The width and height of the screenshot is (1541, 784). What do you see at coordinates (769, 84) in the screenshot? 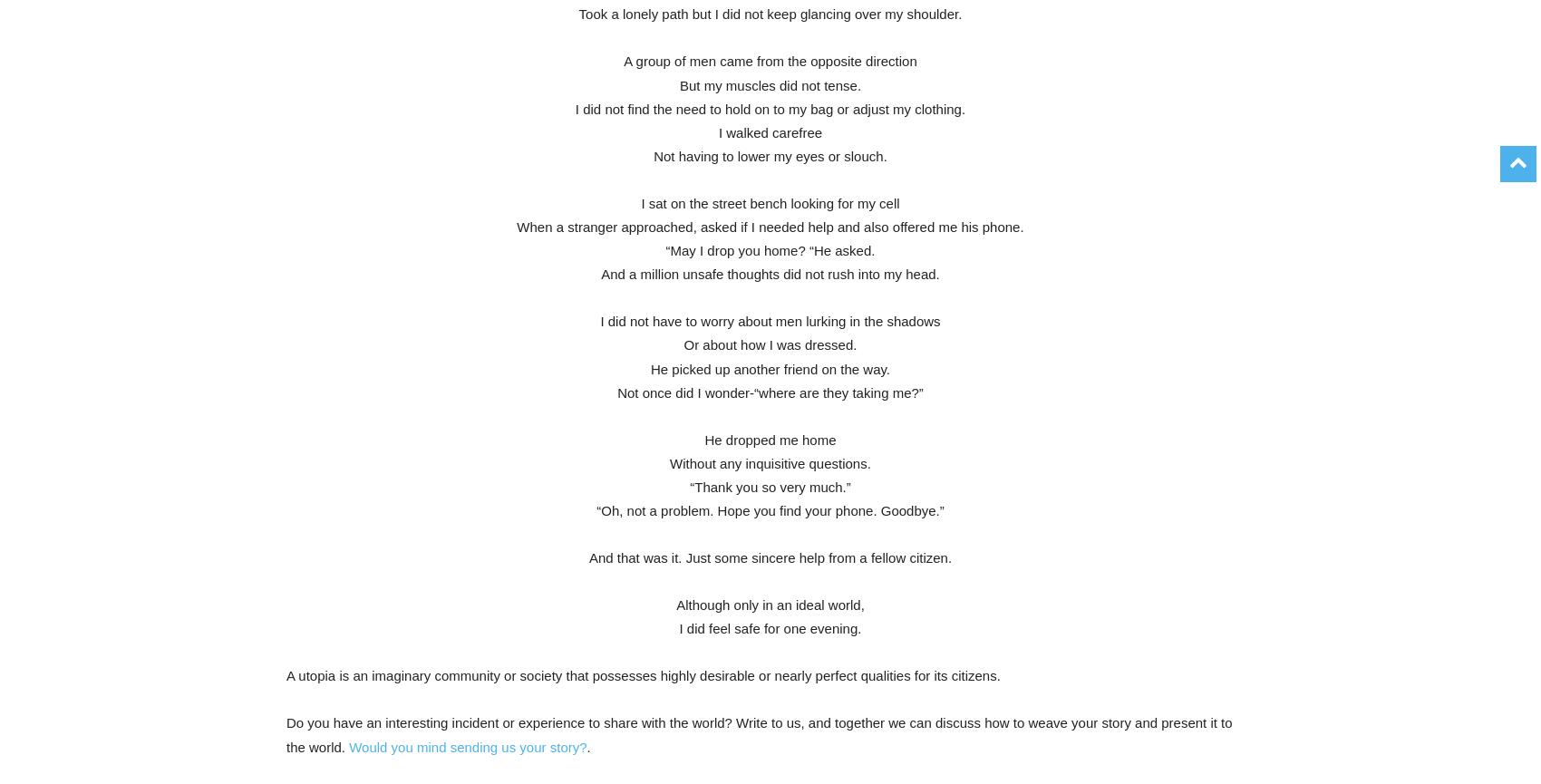
I see `'But my muscles did not tense.'` at bounding box center [769, 84].